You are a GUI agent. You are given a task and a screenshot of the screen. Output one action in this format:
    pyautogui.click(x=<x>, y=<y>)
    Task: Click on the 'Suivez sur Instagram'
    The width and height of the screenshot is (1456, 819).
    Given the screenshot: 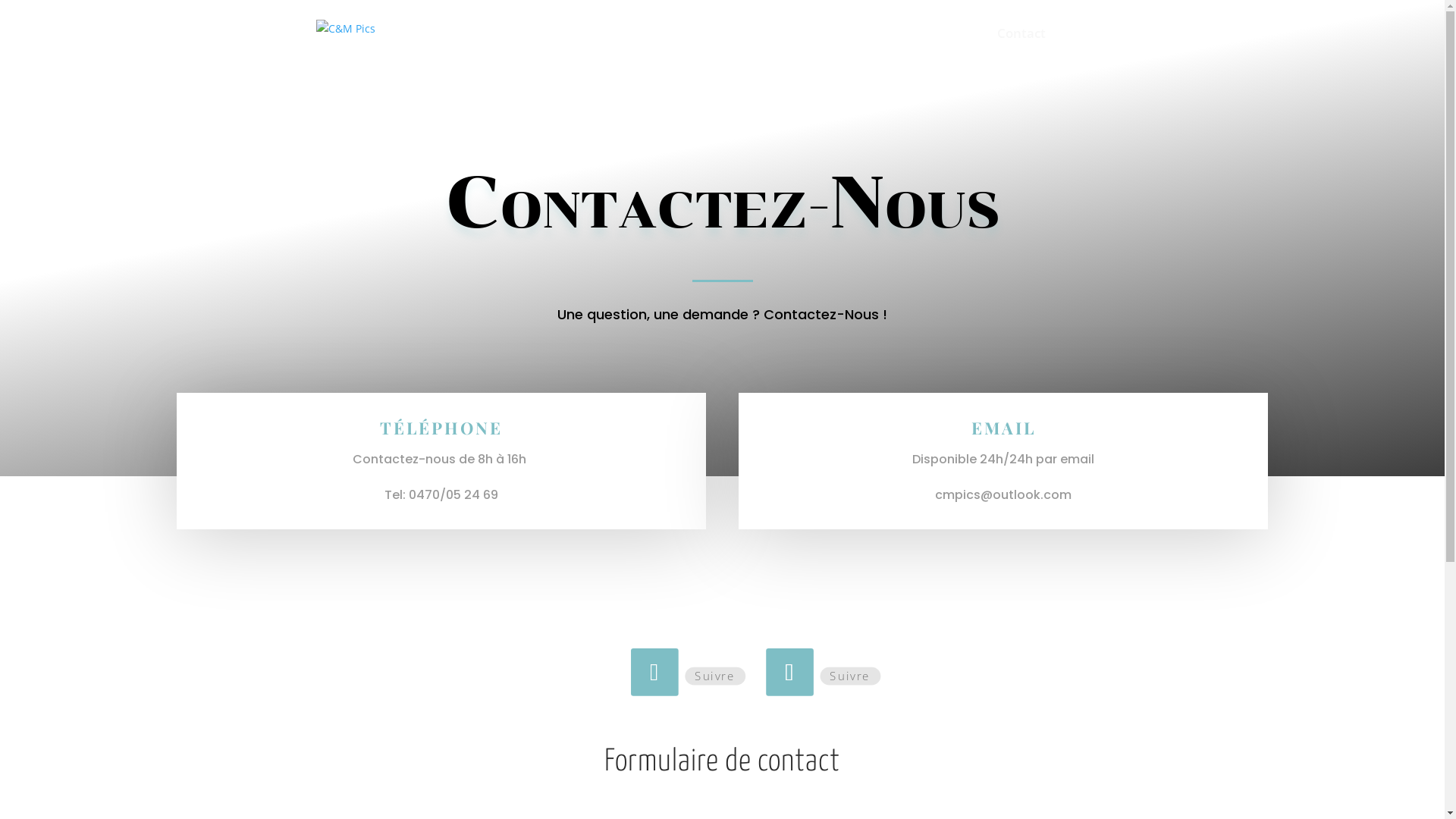 What is the action you would take?
    pyautogui.click(x=786, y=669)
    